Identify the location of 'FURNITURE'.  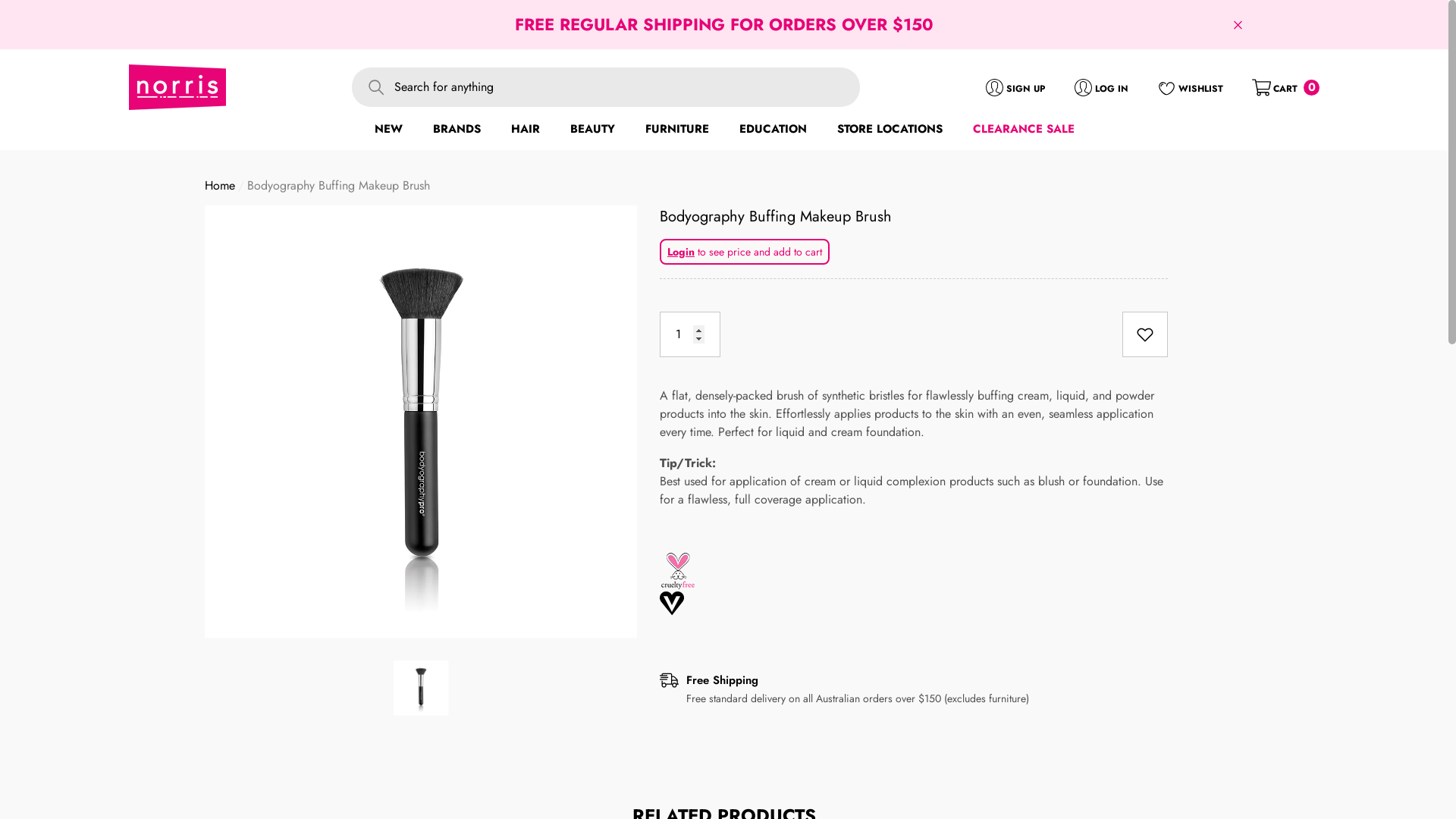
(676, 127).